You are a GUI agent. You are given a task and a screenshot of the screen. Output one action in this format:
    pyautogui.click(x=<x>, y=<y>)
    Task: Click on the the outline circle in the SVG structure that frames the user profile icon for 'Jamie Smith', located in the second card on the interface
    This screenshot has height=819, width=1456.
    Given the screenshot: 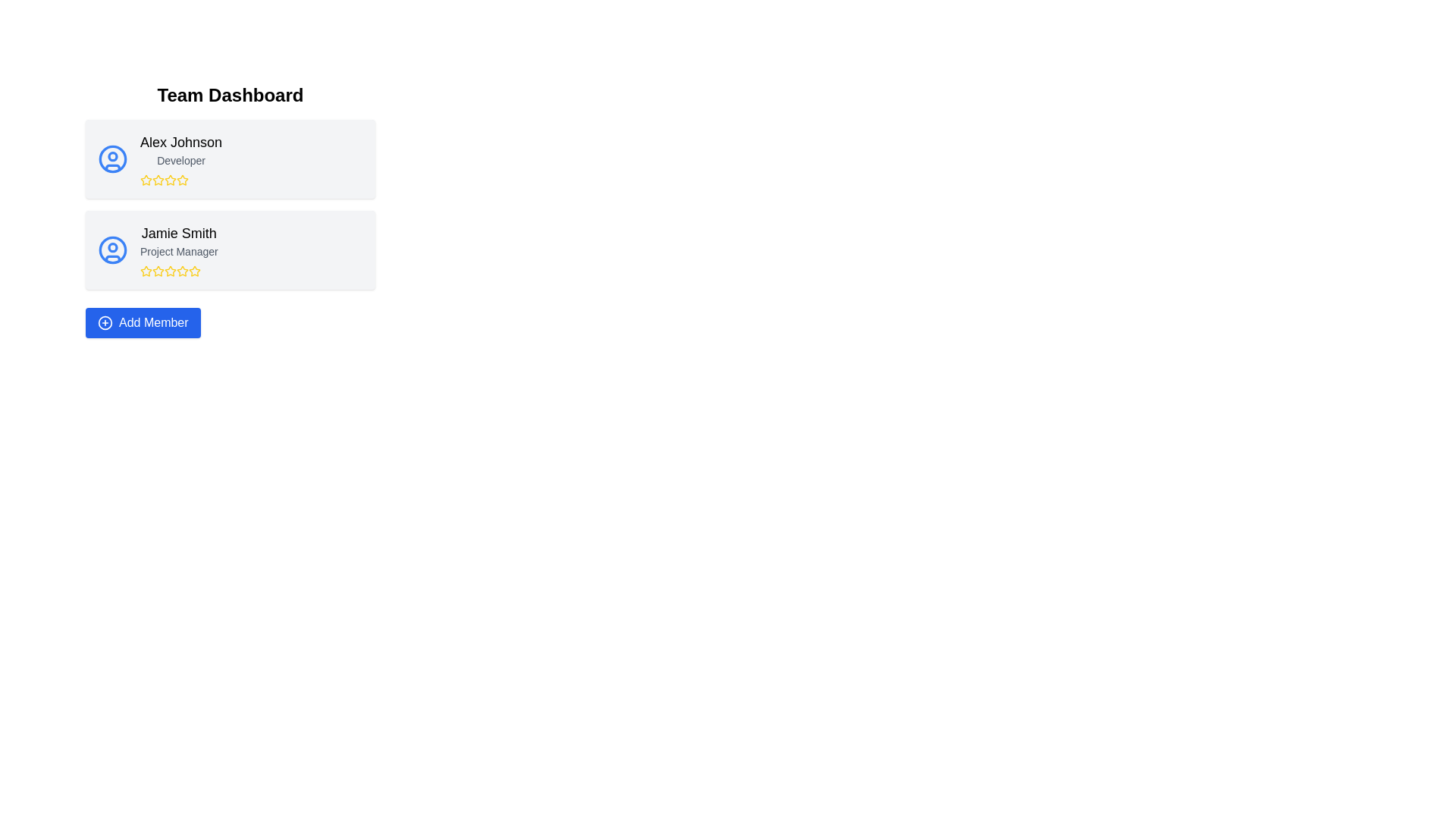 What is the action you would take?
    pyautogui.click(x=111, y=249)
    